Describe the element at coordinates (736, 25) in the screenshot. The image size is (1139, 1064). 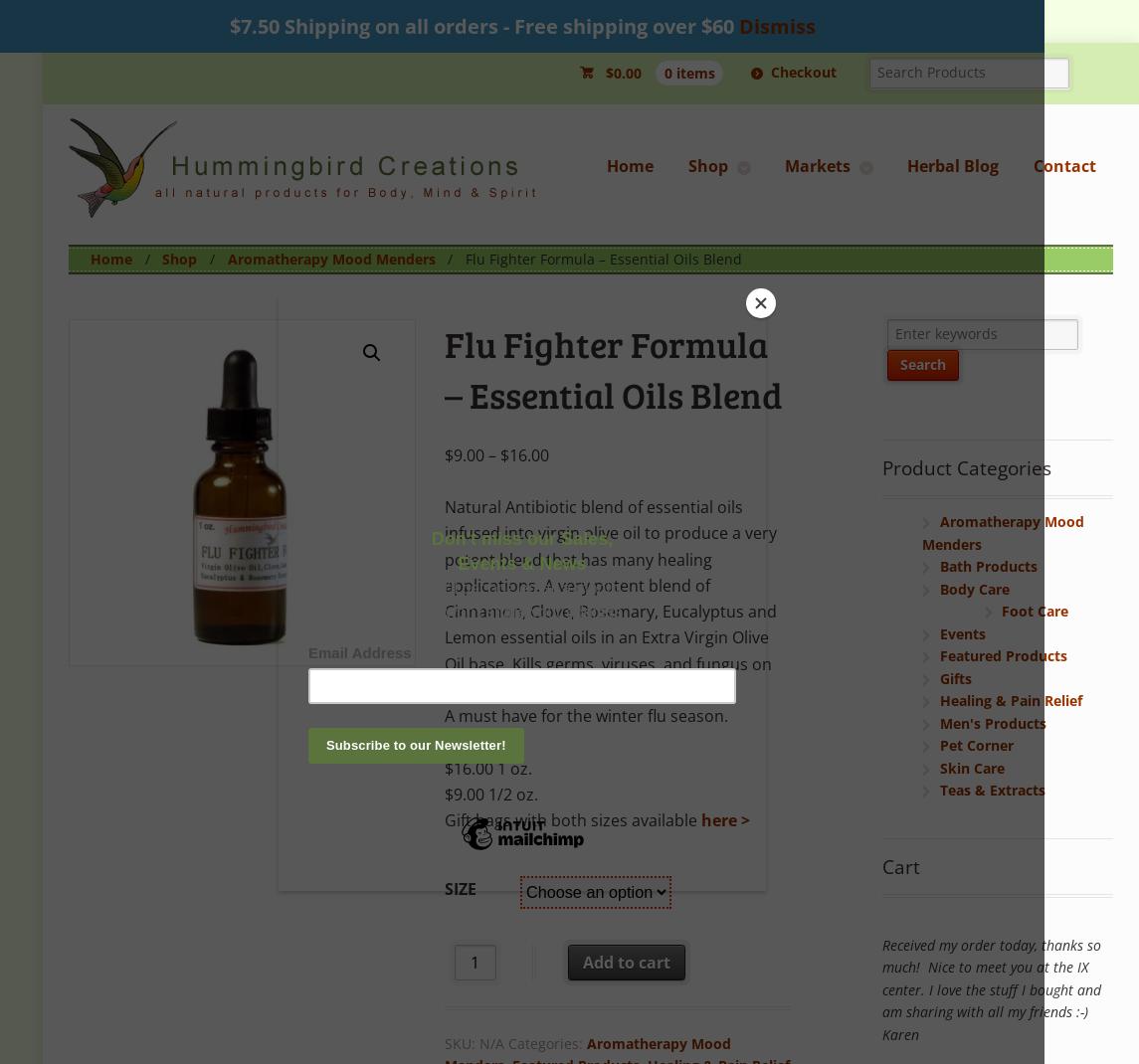
I see `'Dismiss'` at that location.